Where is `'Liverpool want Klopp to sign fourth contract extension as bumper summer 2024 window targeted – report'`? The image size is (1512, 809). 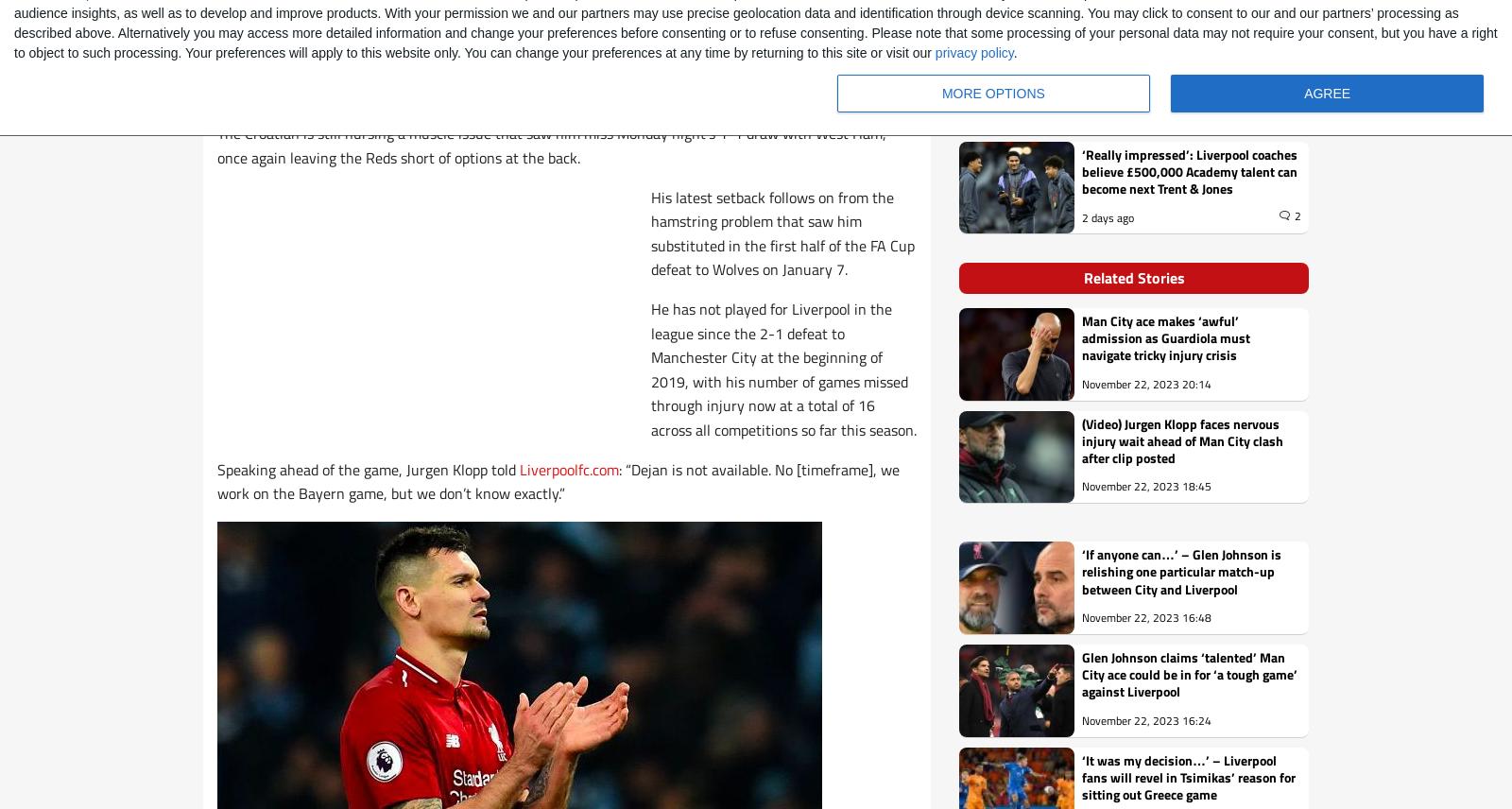
'Liverpool want Klopp to sign fourth contract extension as bumper summer 2024 window targeted – report' is located at coordinates (1181, 66).